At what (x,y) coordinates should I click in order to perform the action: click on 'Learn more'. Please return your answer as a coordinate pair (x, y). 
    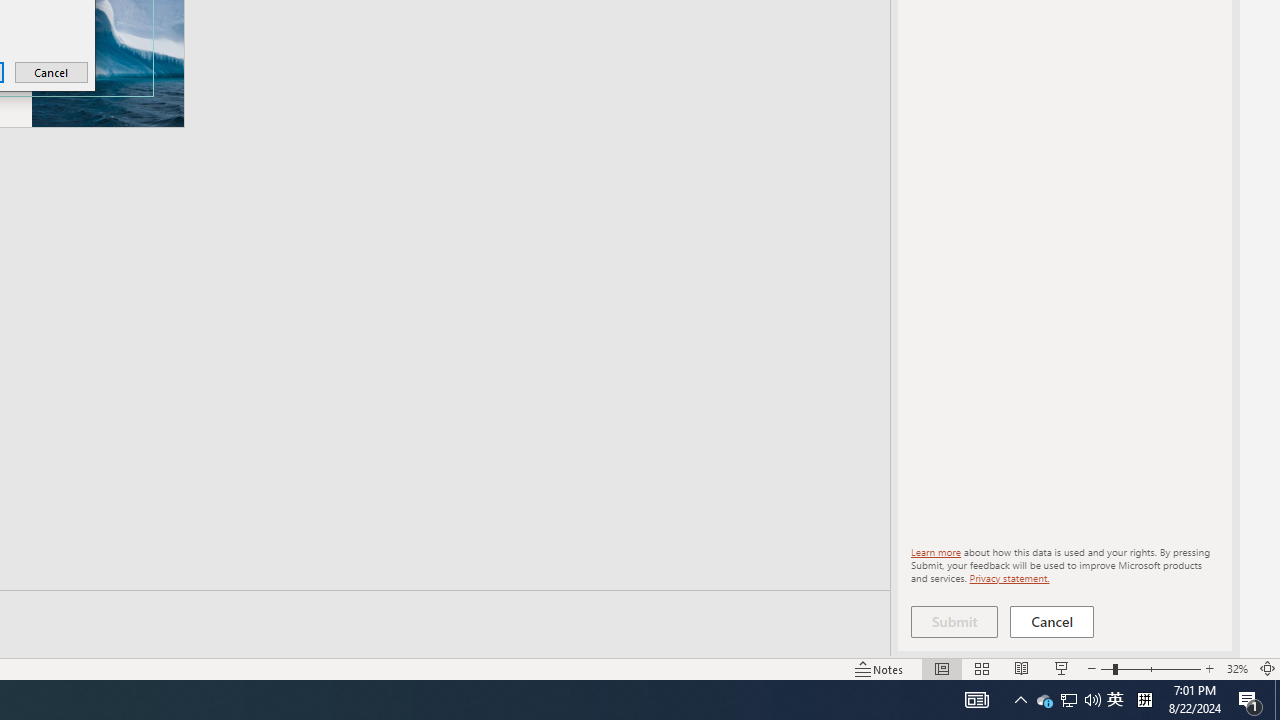
    Looking at the image, I should click on (935, 551).